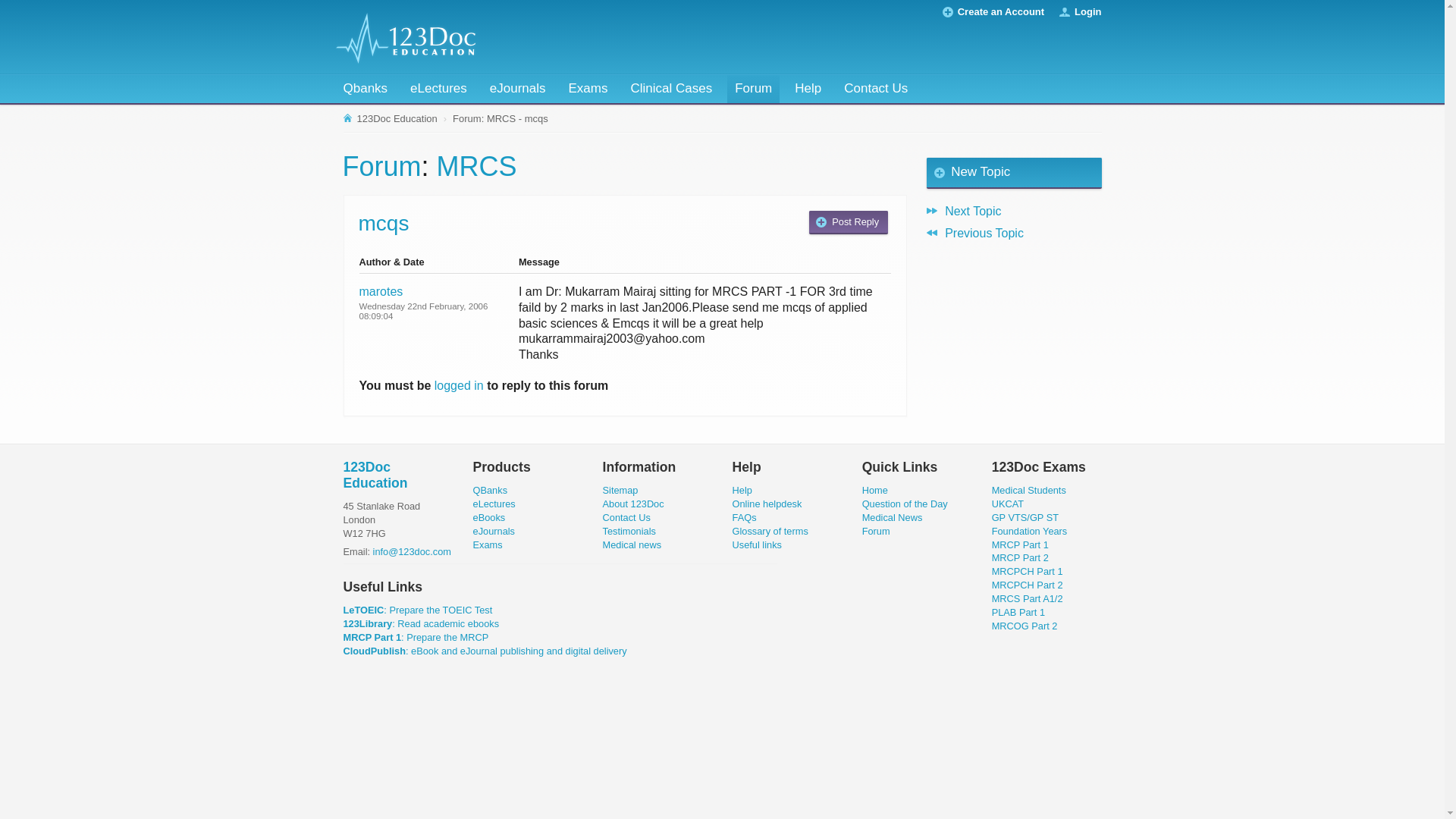 This screenshot has height=819, width=1456. I want to click on 'QBanks', so click(491, 490).